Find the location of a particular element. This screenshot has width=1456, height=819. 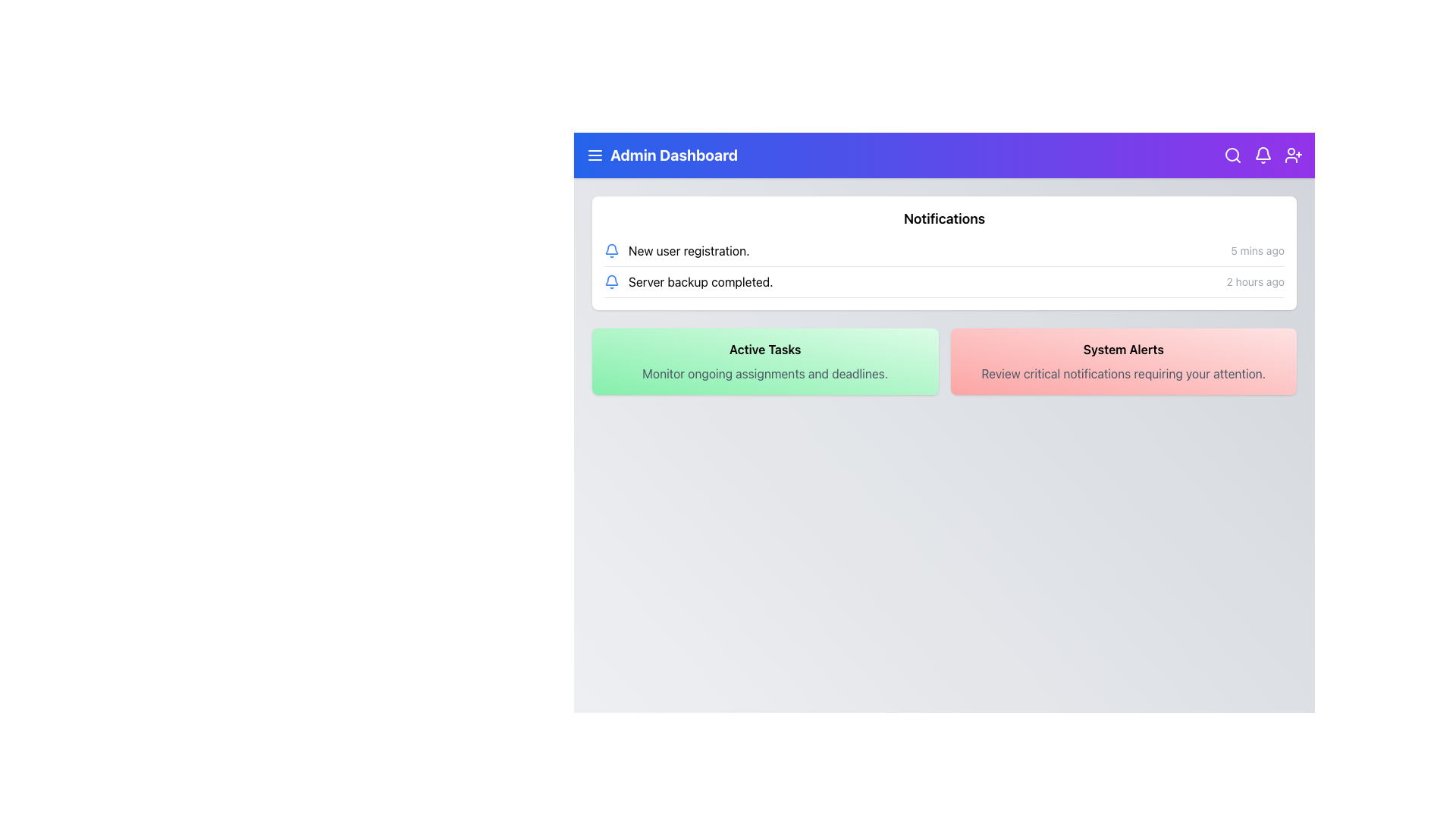

the horizontal navigation bar at the top of the page which includes the 'Admin Dashboard' title and interactive icons is located at coordinates (943, 155).